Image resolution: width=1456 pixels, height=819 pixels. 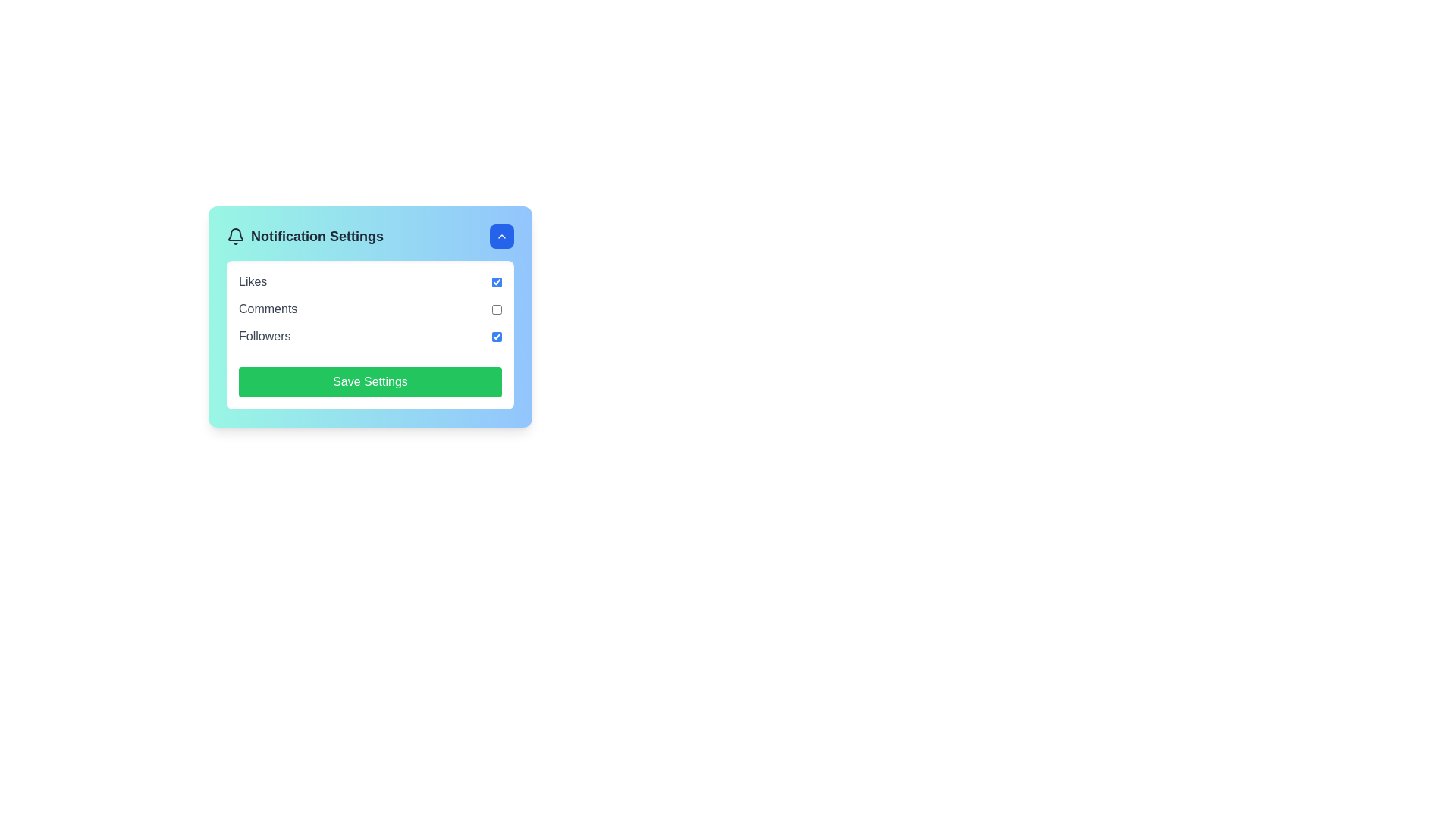 I want to click on text from the 'Followers' label, which is a dark gray, capitalized text located in the settings panel, below the 'Comments' label, so click(x=265, y=335).